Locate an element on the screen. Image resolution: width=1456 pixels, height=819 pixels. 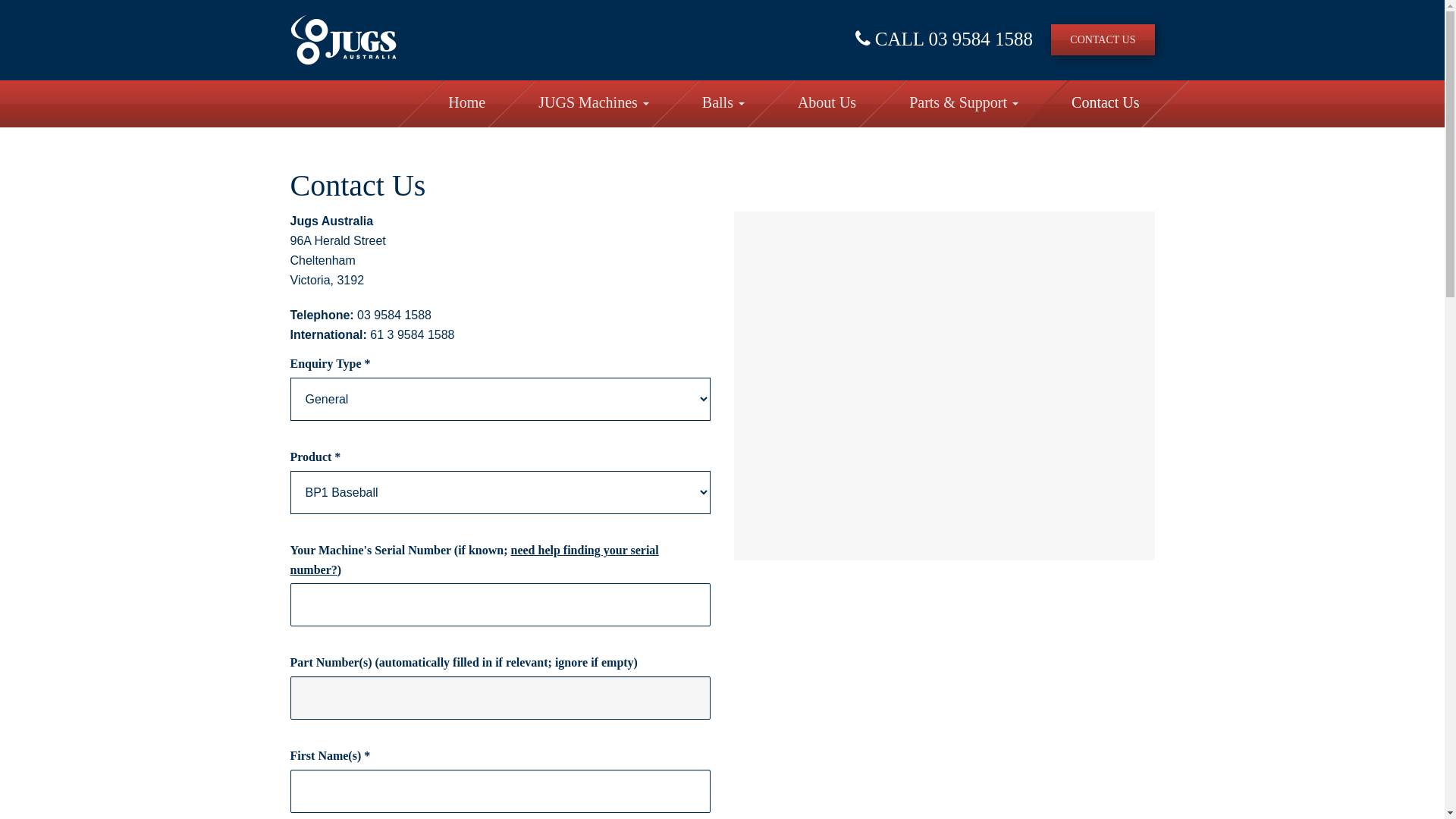
'CALL 03 9584 1588' is located at coordinates (943, 38).